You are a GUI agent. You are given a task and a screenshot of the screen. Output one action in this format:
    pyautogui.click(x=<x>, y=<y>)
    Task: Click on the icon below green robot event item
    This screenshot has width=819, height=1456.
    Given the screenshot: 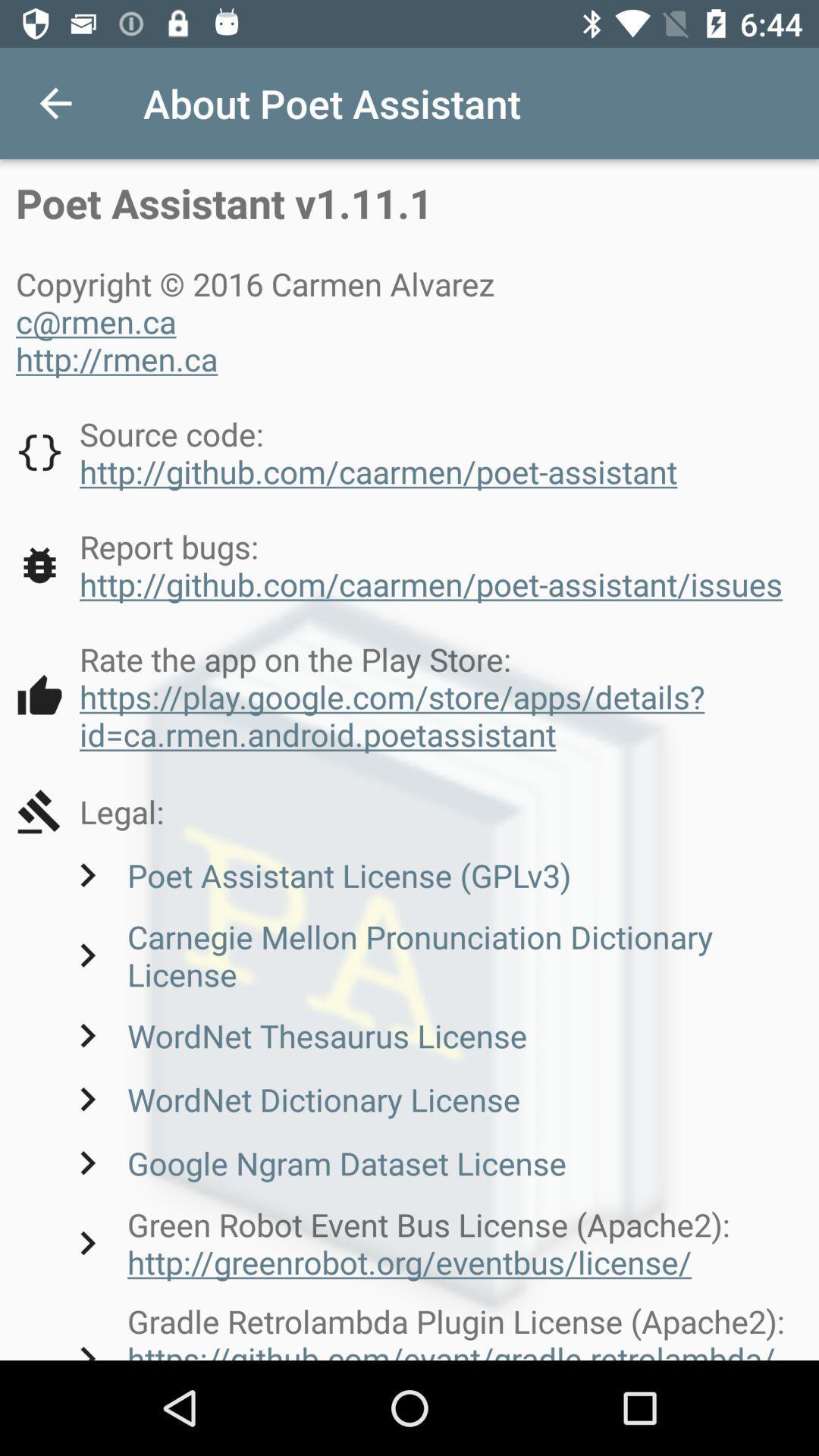 What is the action you would take?
    pyautogui.click(x=433, y=1329)
    